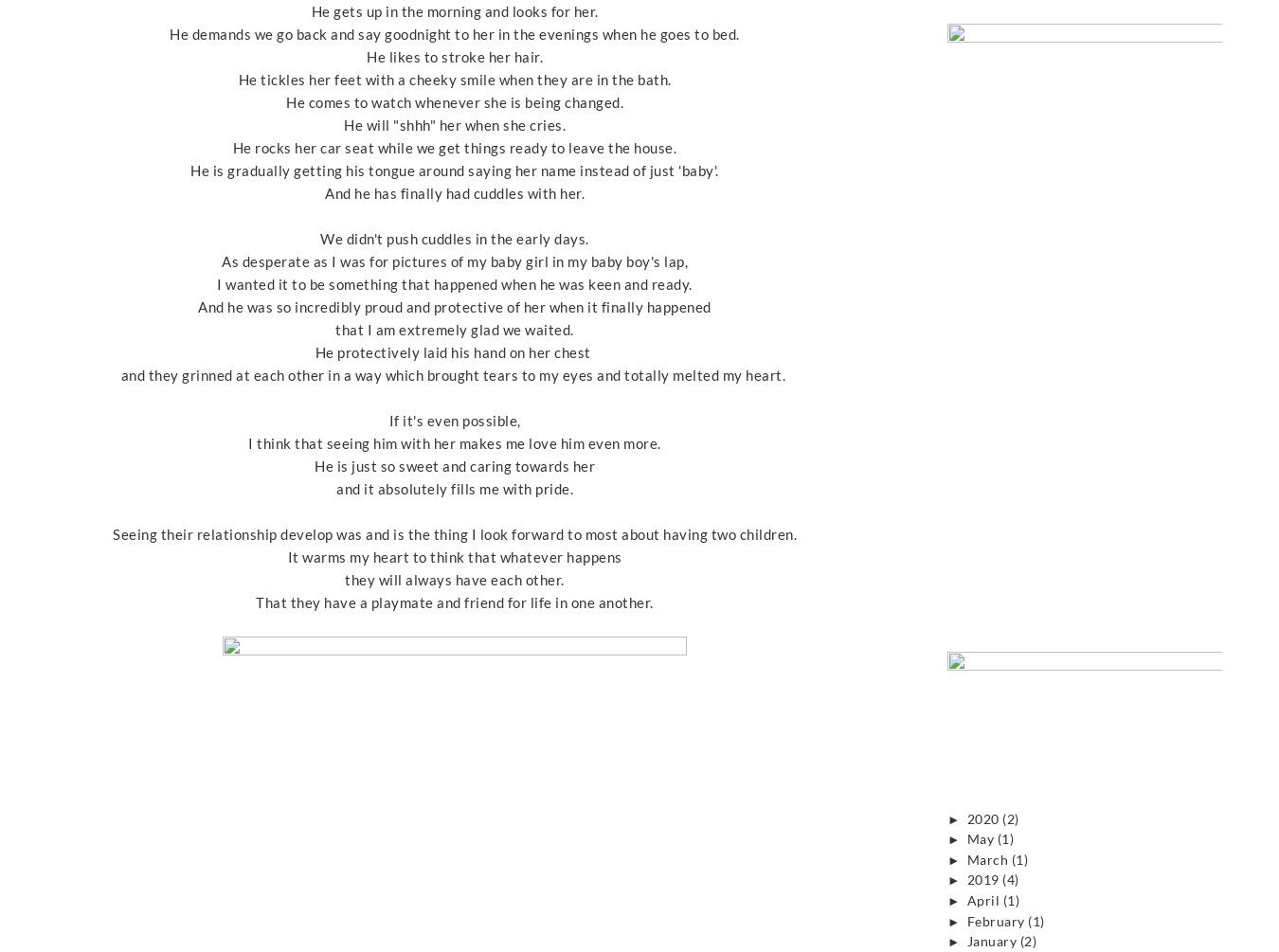 This screenshot has height=952, width=1279. Describe the element at coordinates (983, 899) in the screenshot. I see `'April'` at that location.